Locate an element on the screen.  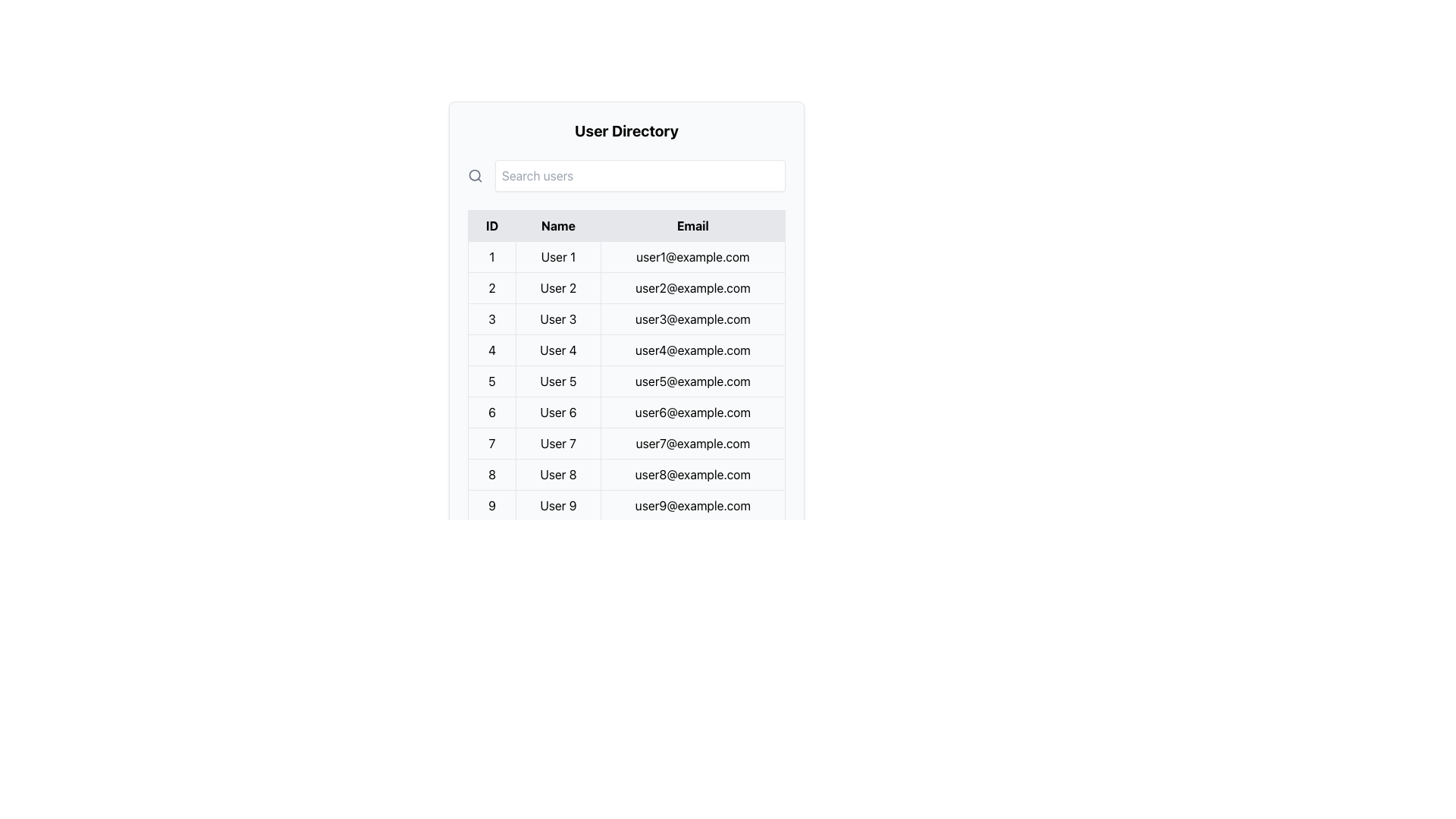
the text label displaying 'User 6' located in the 'Name' column of the user details table for user entry 6 is located at coordinates (557, 412).